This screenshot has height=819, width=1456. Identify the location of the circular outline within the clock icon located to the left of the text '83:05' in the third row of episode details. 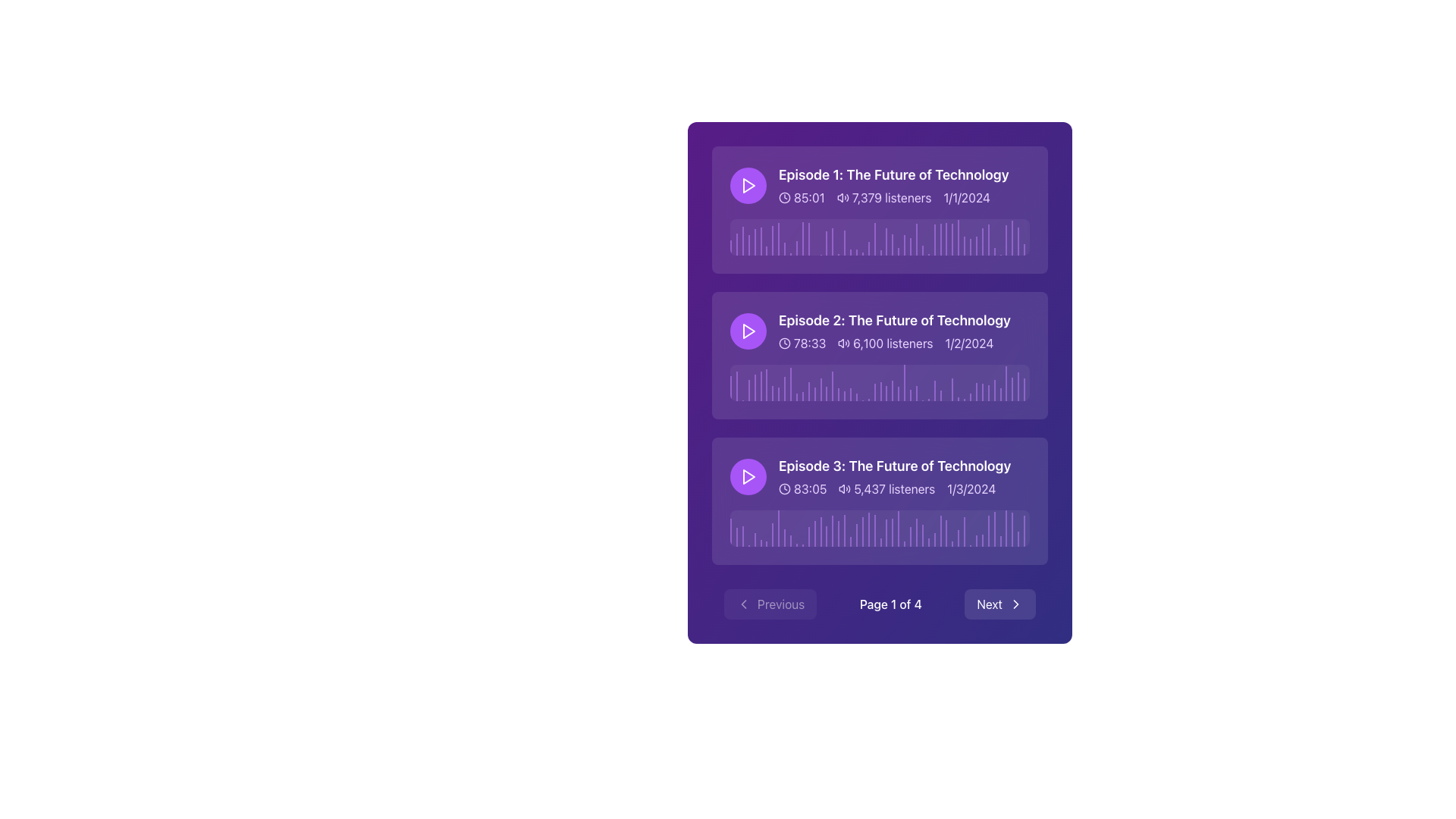
(785, 488).